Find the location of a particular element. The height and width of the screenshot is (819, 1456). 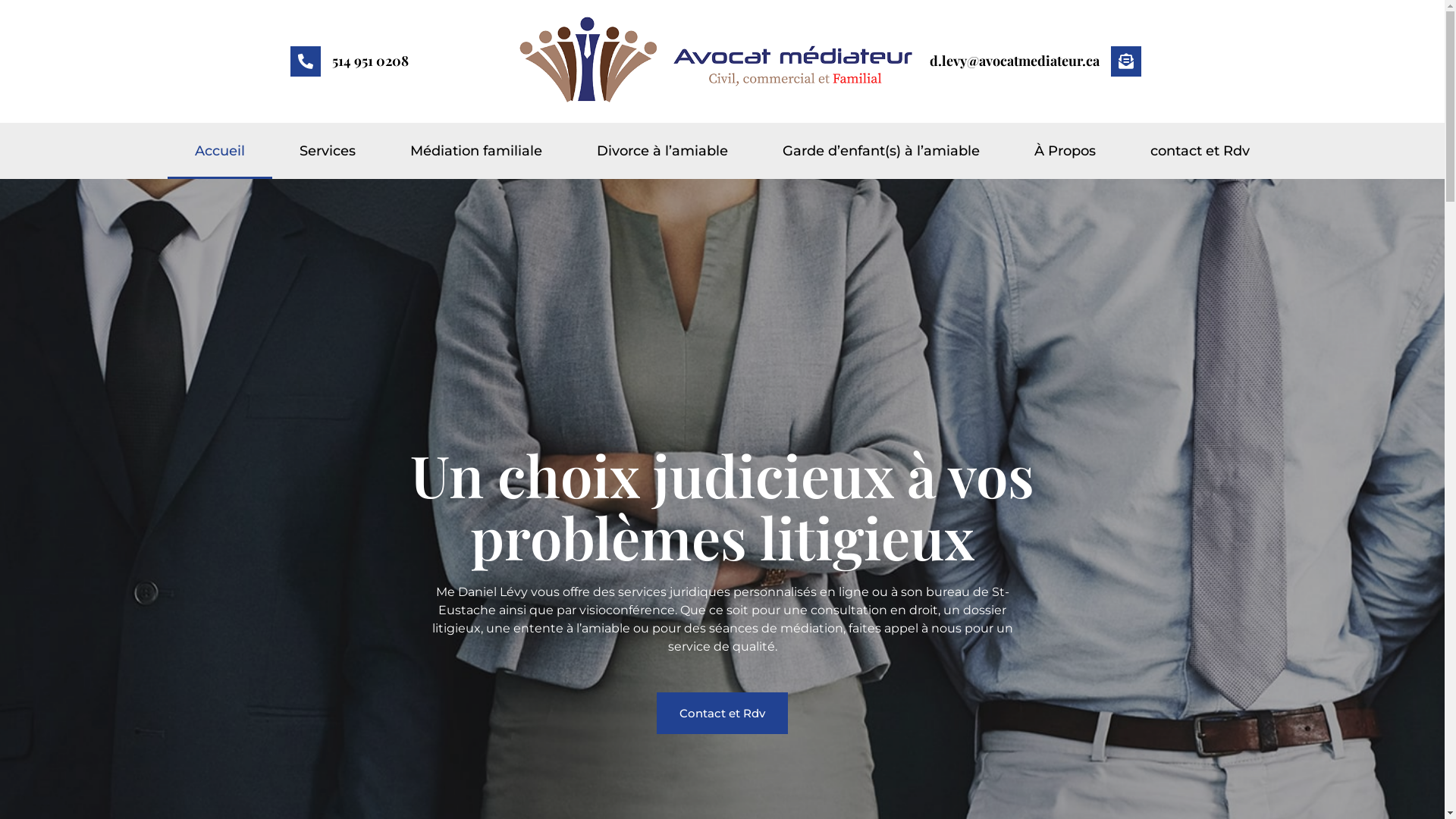

'Accueil' is located at coordinates (218, 151).